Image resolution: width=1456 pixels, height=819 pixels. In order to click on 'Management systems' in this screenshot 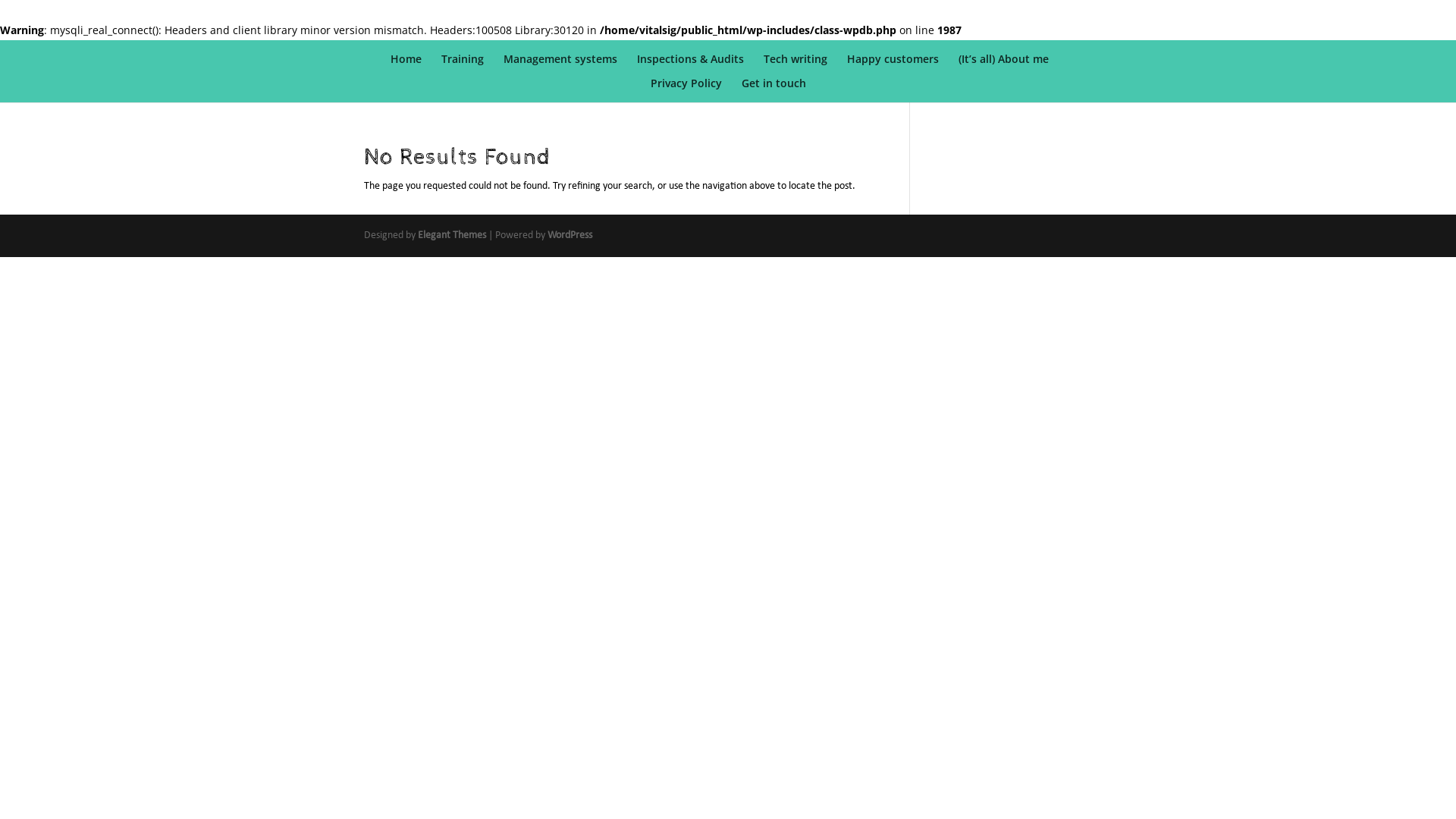, I will do `click(503, 65)`.